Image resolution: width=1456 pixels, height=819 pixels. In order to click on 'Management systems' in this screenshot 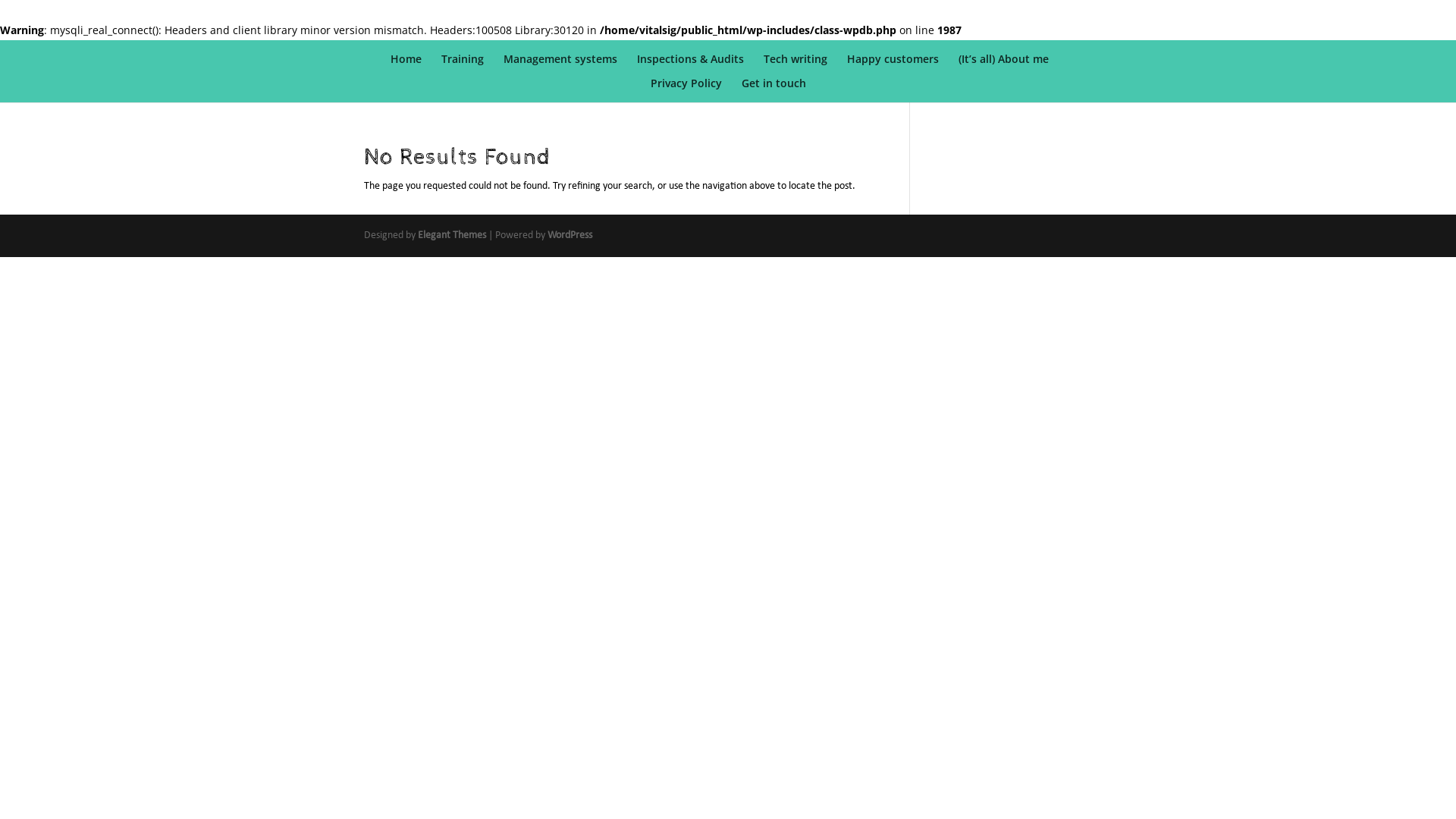, I will do `click(503, 65)`.